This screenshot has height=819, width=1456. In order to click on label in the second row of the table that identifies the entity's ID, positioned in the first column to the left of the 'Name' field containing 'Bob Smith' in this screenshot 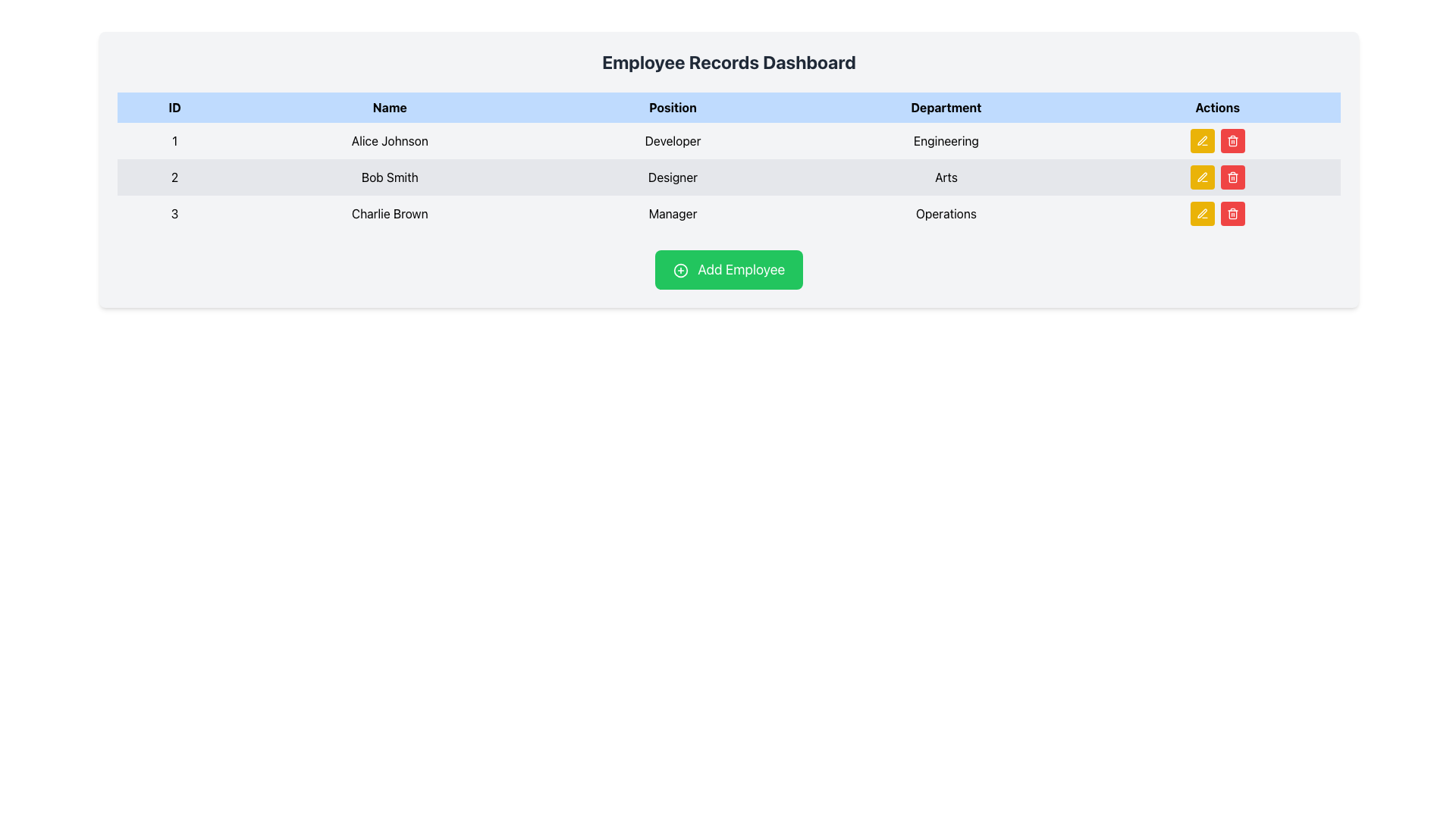, I will do `click(174, 177)`.